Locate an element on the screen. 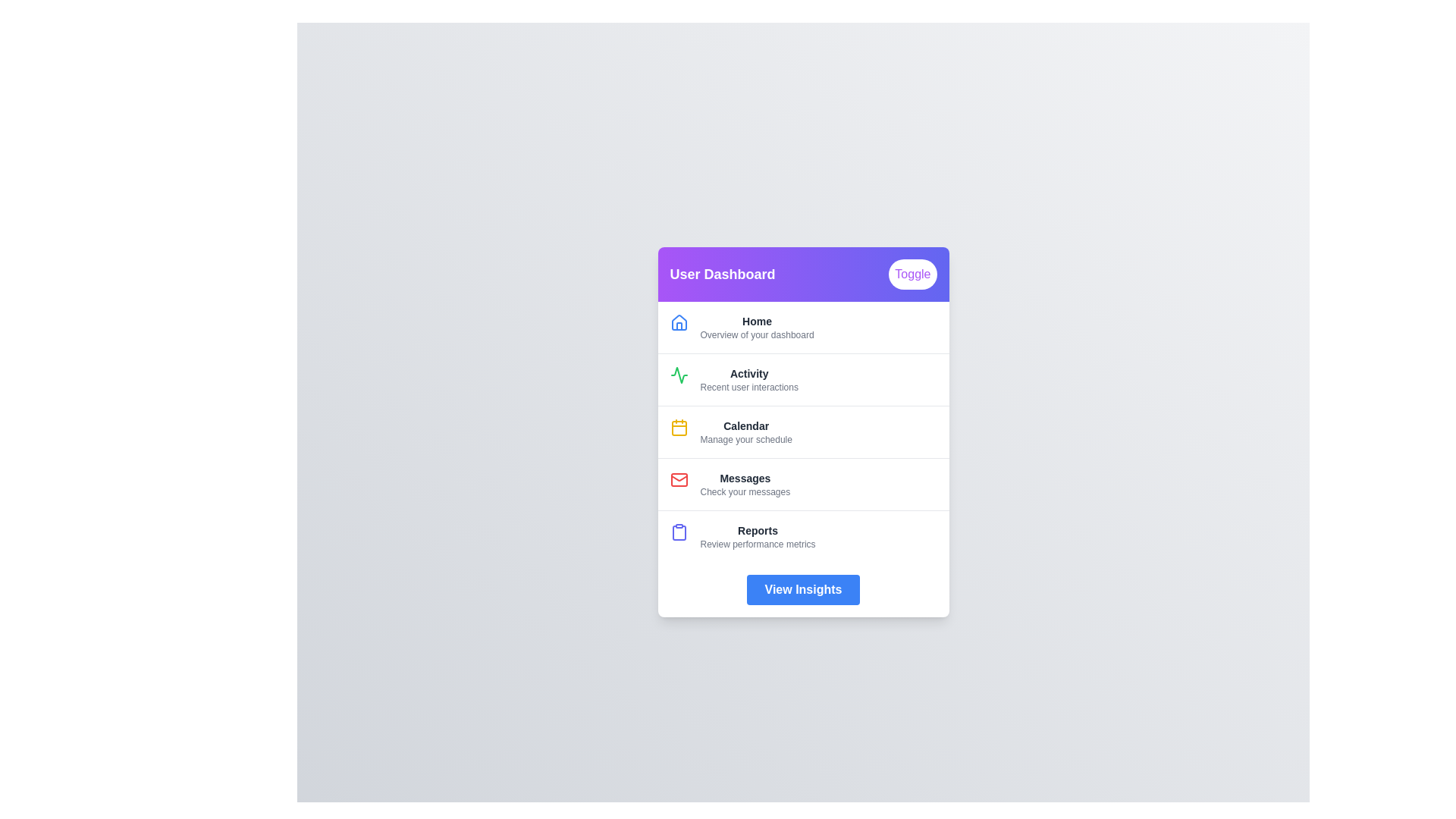 The height and width of the screenshot is (819, 1456). the menu item corresponding to Messages is located at coordinates (802, 484).